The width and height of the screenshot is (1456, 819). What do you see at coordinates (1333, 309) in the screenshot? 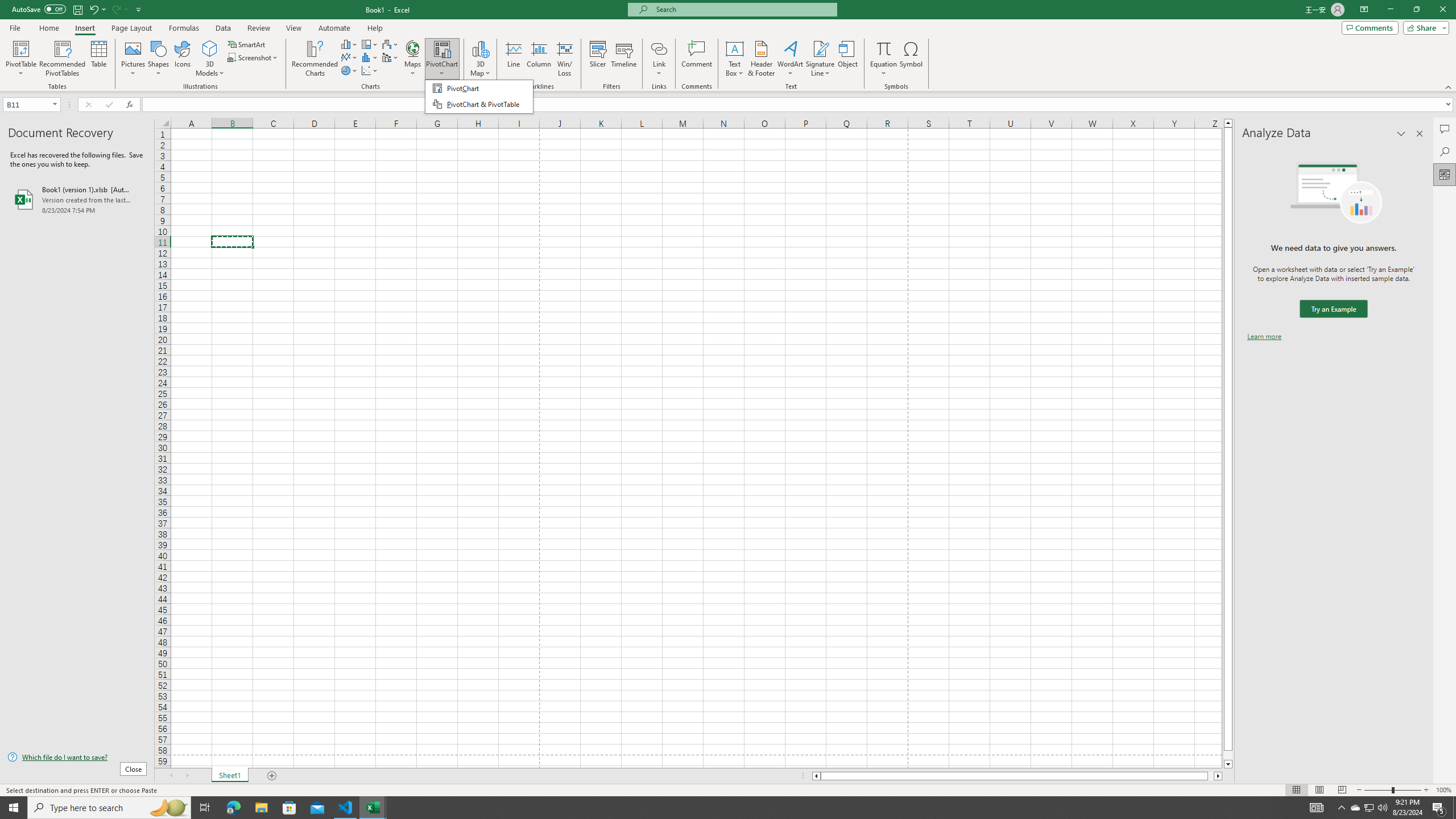
I see `'We need data to give you answers. Try an Example'` at bounding box center [1333, 309].